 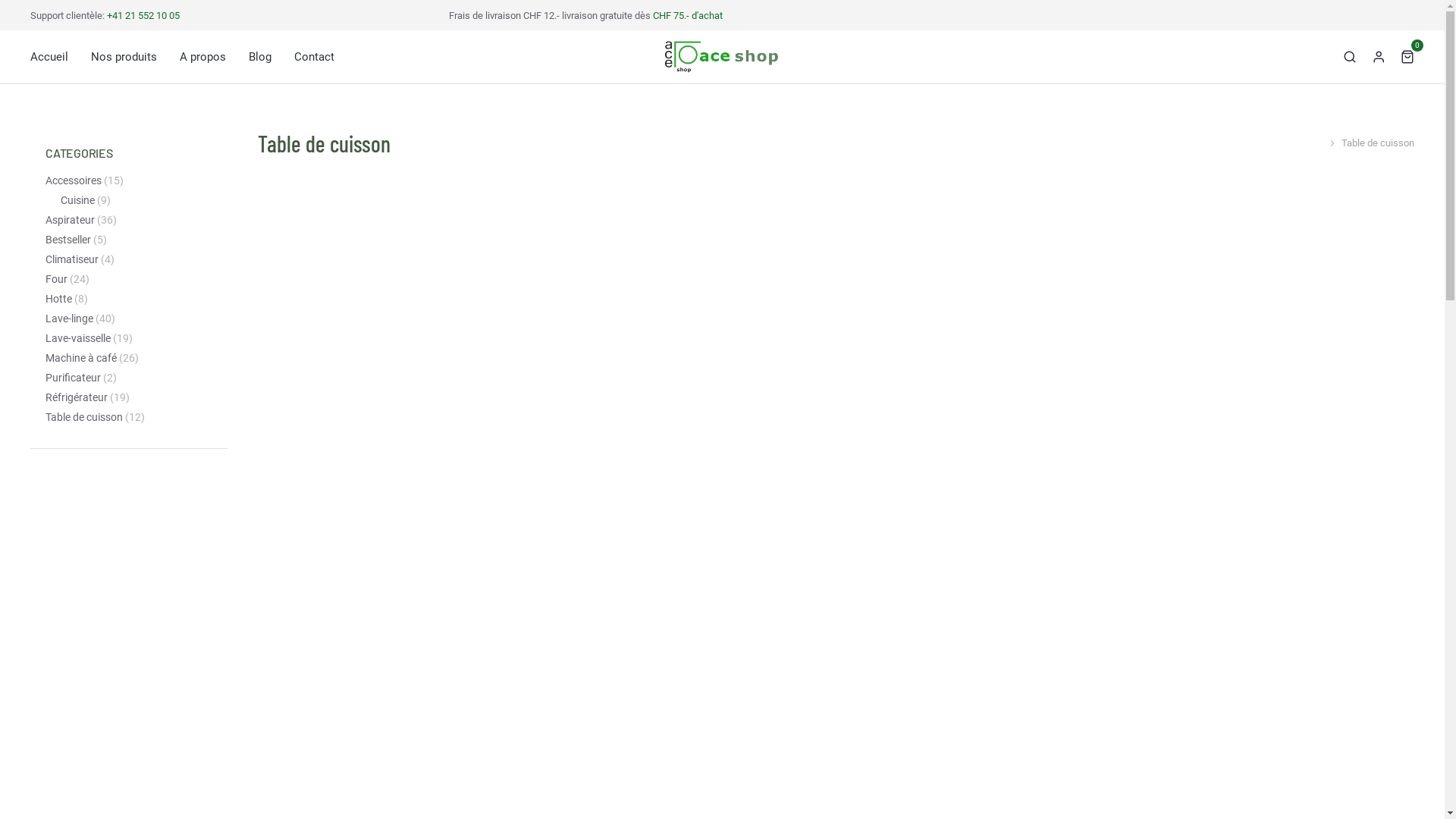 What do you see at coordinates (68, 318) in the screenshot?
I see `'Lave-linge'` at bounding box center [68, 318].